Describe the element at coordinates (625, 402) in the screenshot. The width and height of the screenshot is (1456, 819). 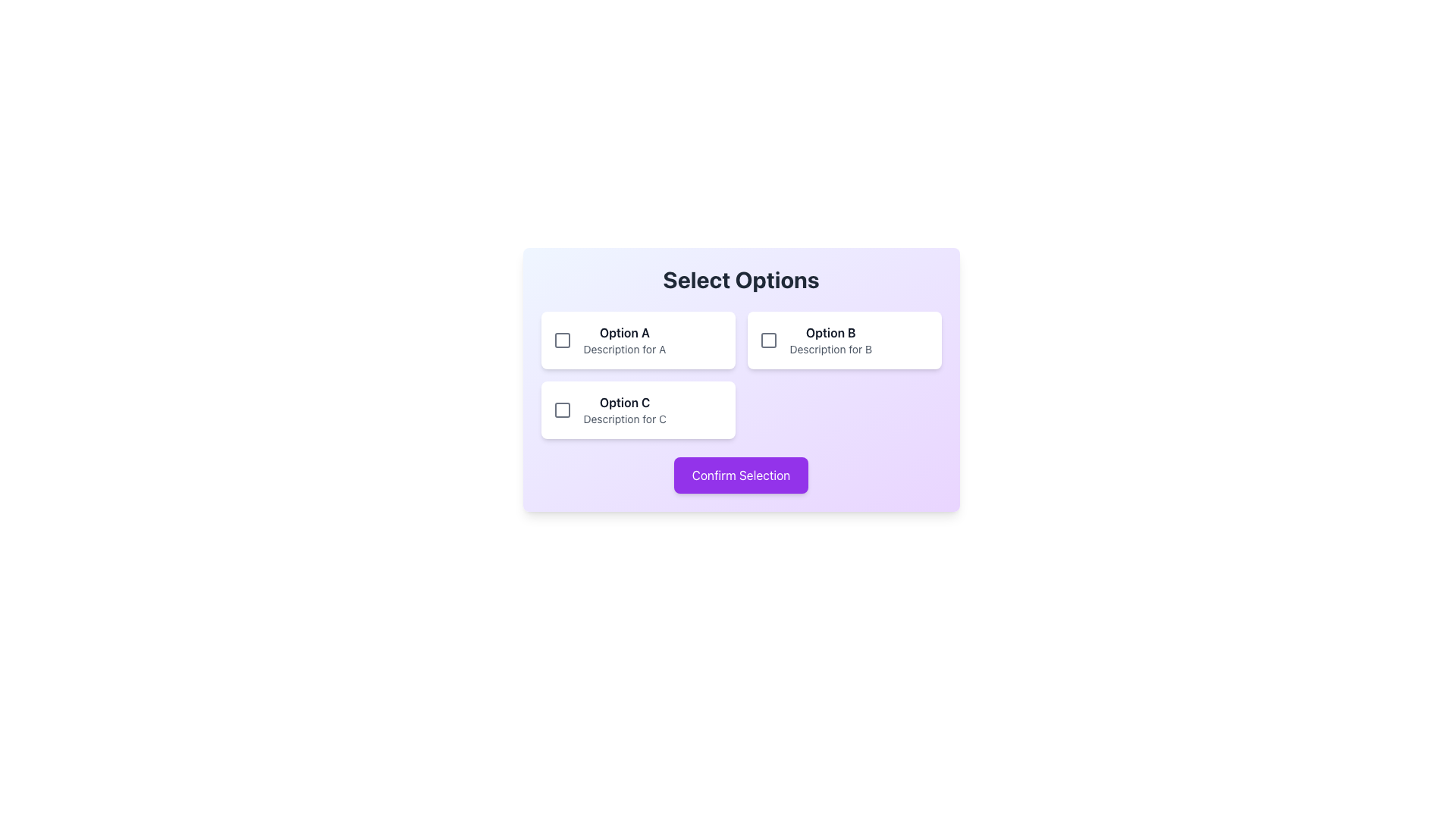
I see `the bold text label displaying 'Option C' which is styled in dark gray and located in the lower-left quadrant of the interface` at that location.